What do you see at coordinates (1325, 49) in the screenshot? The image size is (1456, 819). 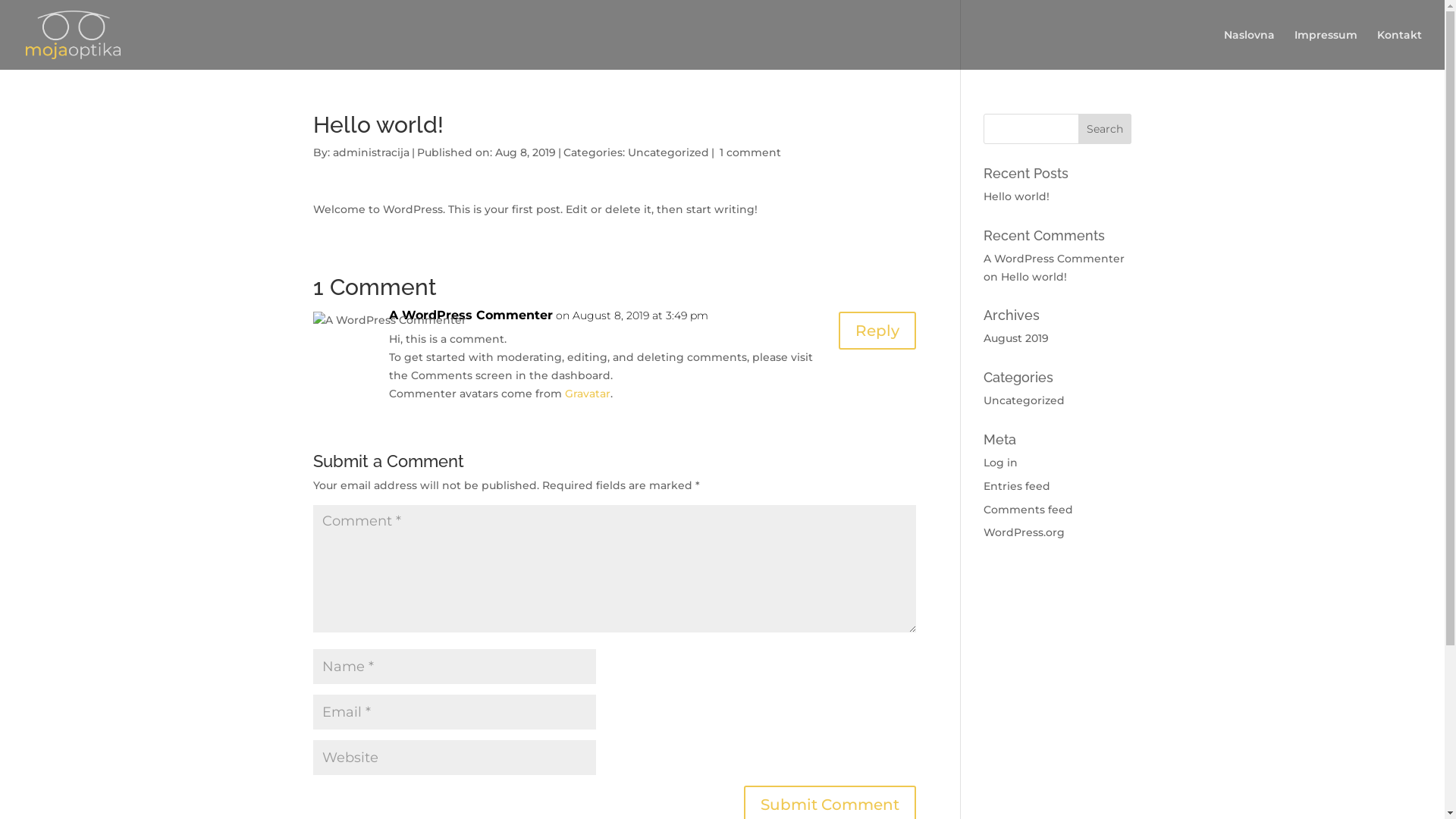 I see `'Impressum'` at bounding box center [1325, 49].